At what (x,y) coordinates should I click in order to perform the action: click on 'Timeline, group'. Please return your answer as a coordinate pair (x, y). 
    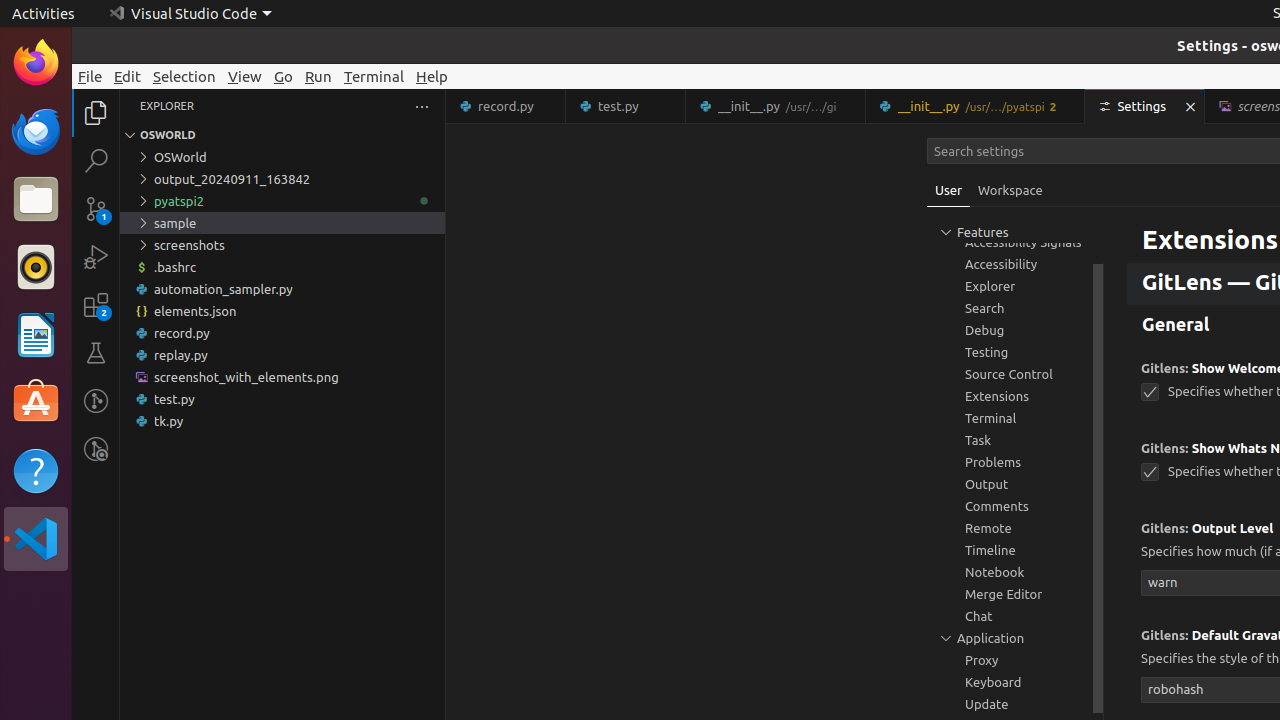
    Looking at the image, I should click on (1015, 550).